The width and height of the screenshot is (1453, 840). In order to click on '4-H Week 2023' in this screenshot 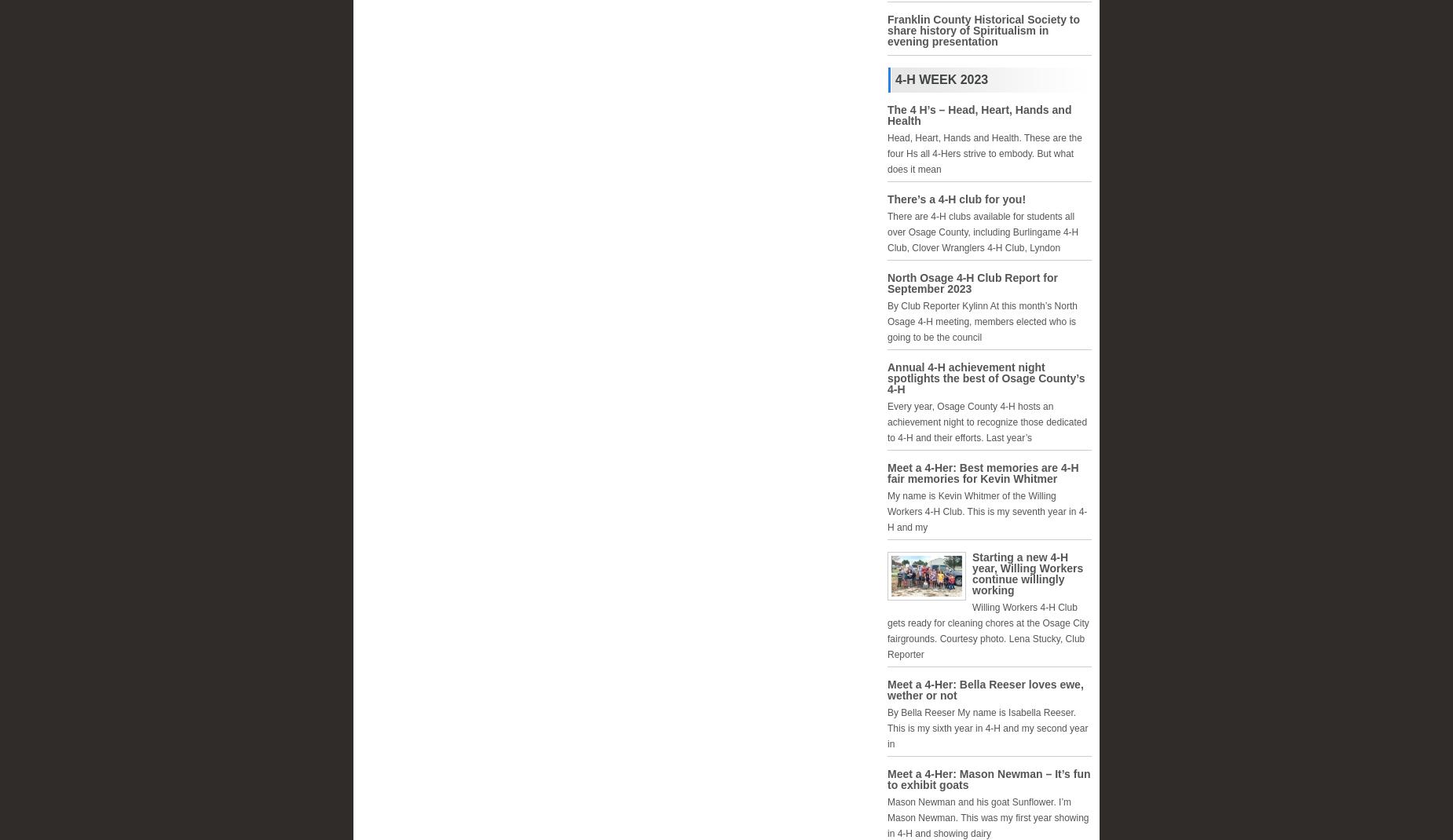, I will do `click(940, 79)`.